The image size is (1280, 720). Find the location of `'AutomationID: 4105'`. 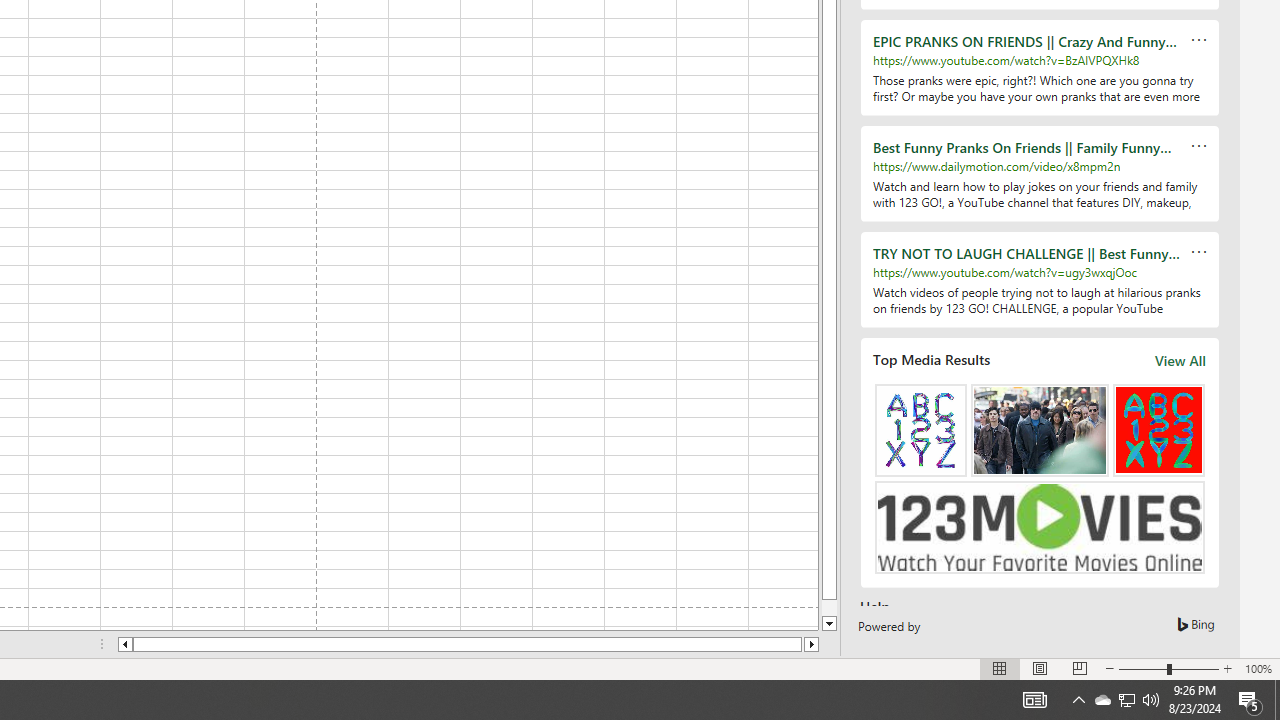

'AutomationID: 4105' is located at coordinates (1034, 698).